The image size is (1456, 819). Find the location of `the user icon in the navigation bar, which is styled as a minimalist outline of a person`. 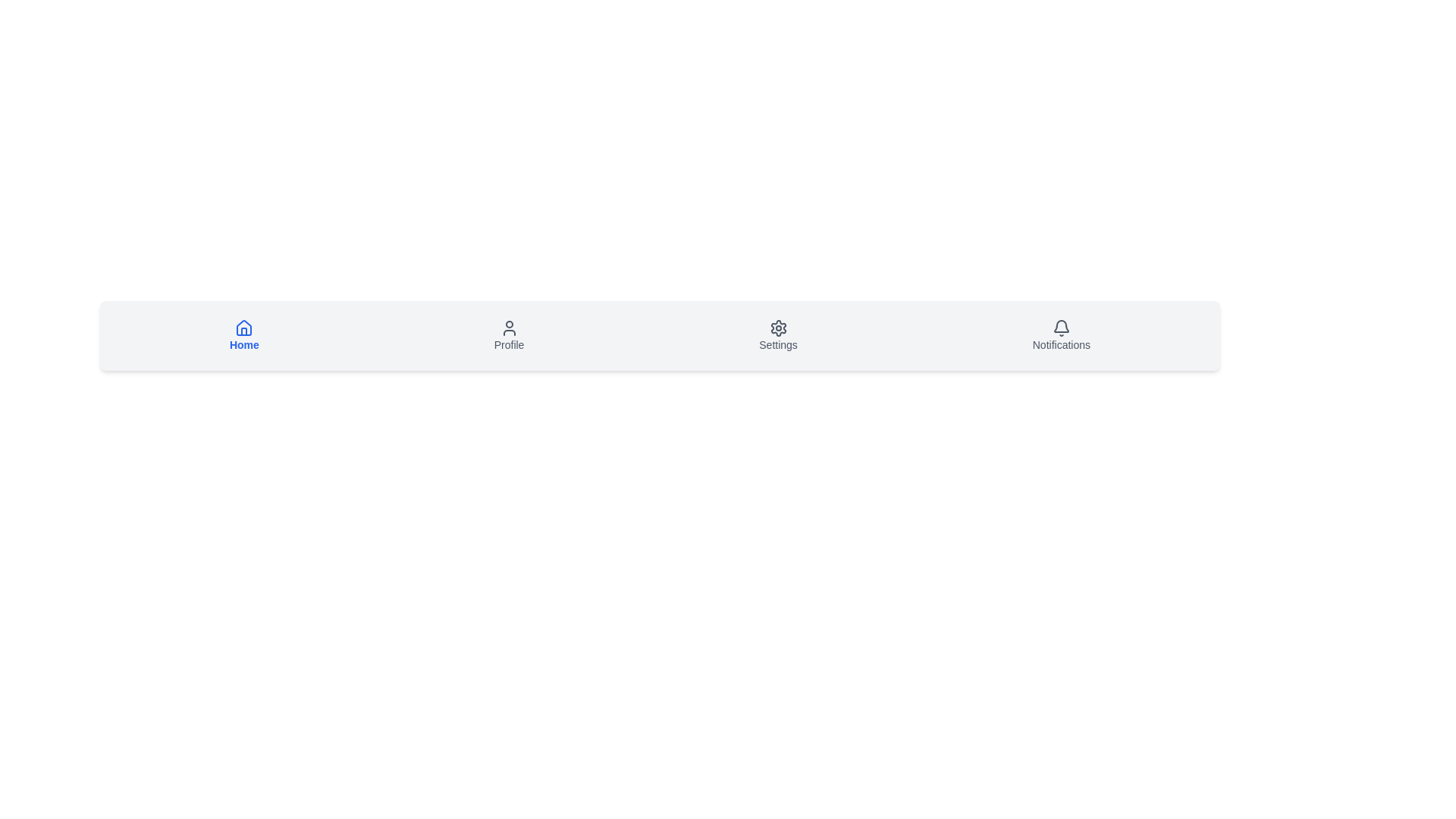

the user icon in the navigation bar, which is styled as a minimalist outline of a person is located at coordinates (509, 327).